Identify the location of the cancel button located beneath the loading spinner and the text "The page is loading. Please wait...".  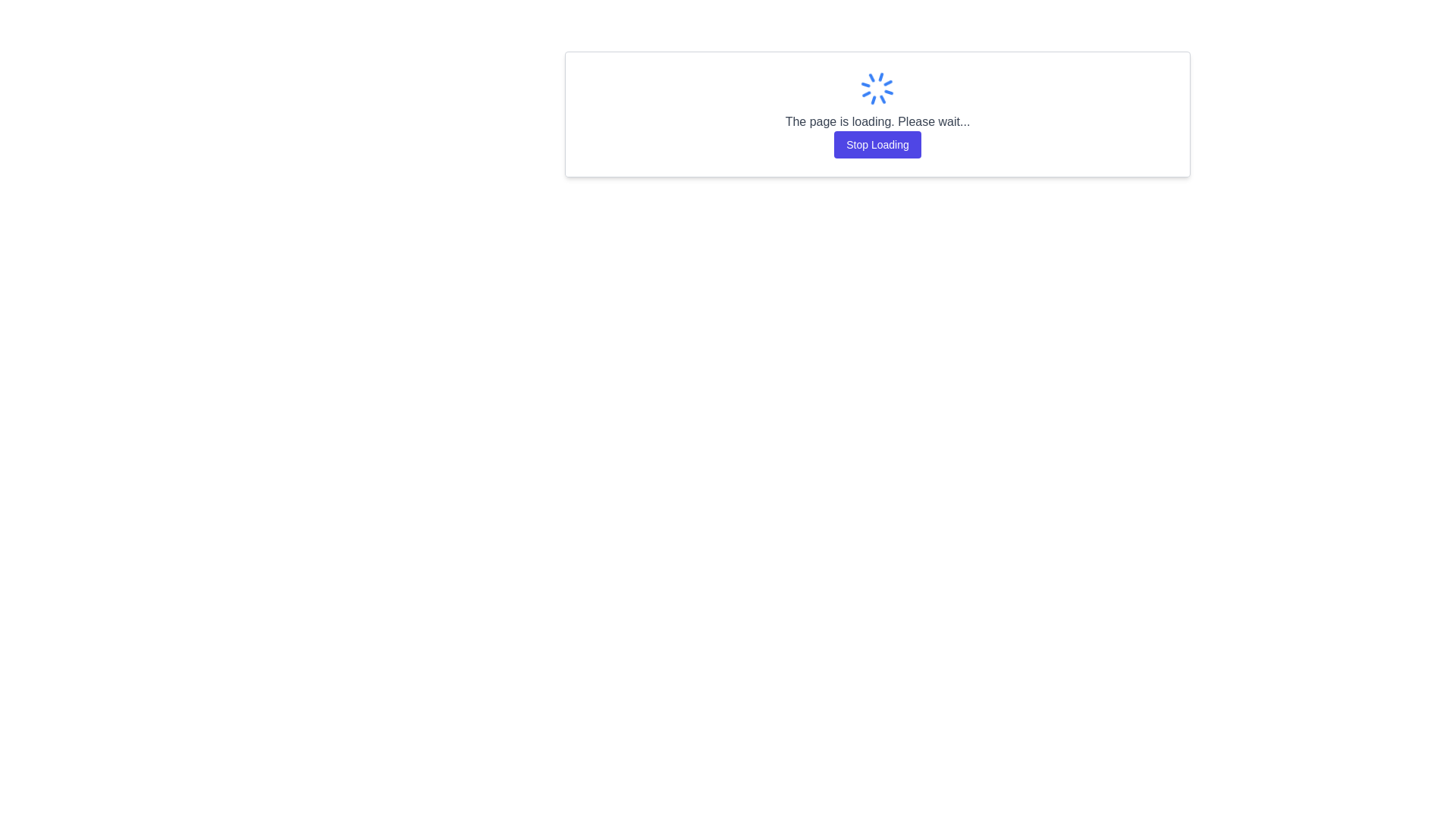
(877, 145).